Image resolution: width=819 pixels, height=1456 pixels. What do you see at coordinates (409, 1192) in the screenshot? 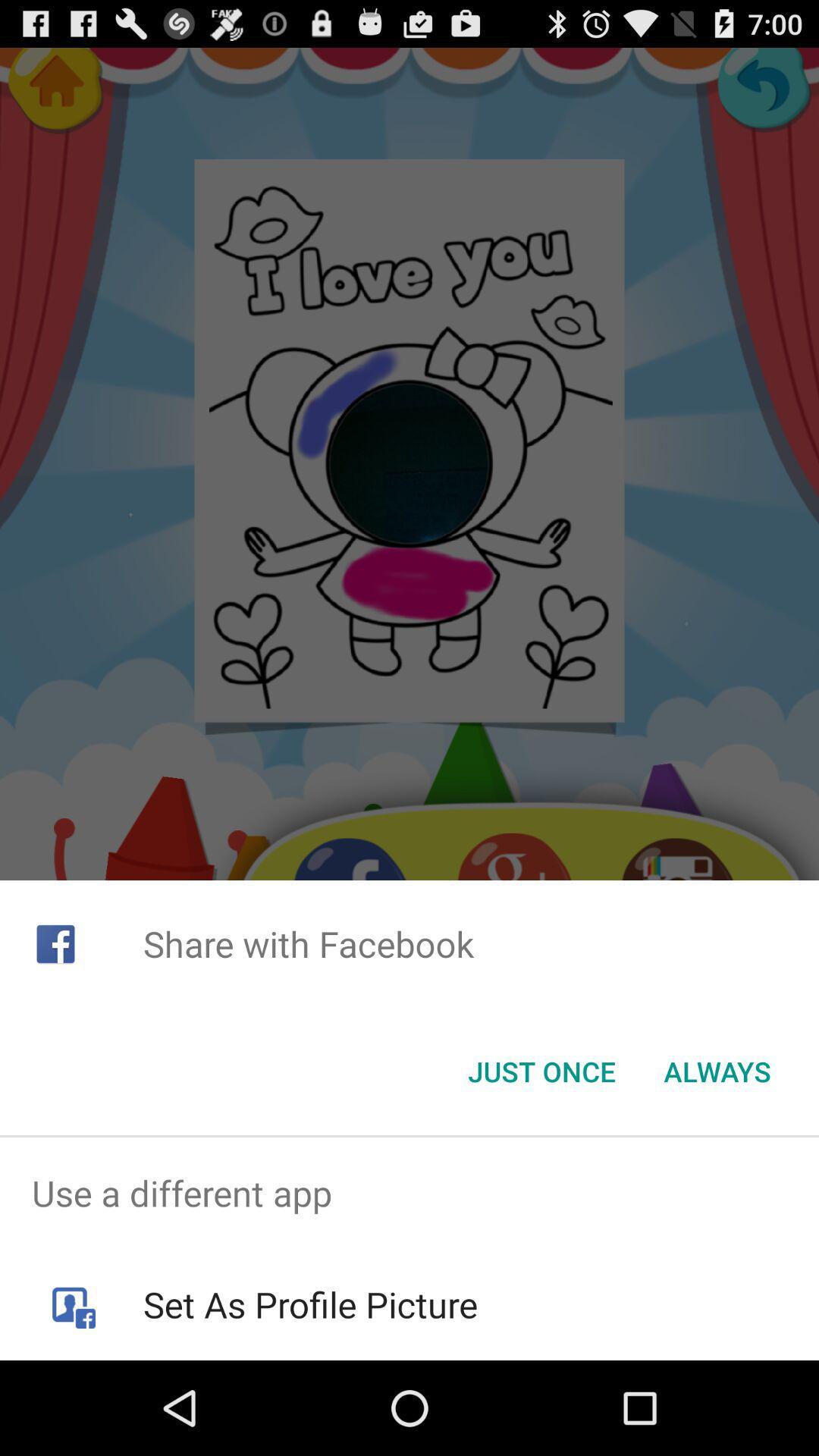
I see `the use a different` at bounding box center [409, 1192].